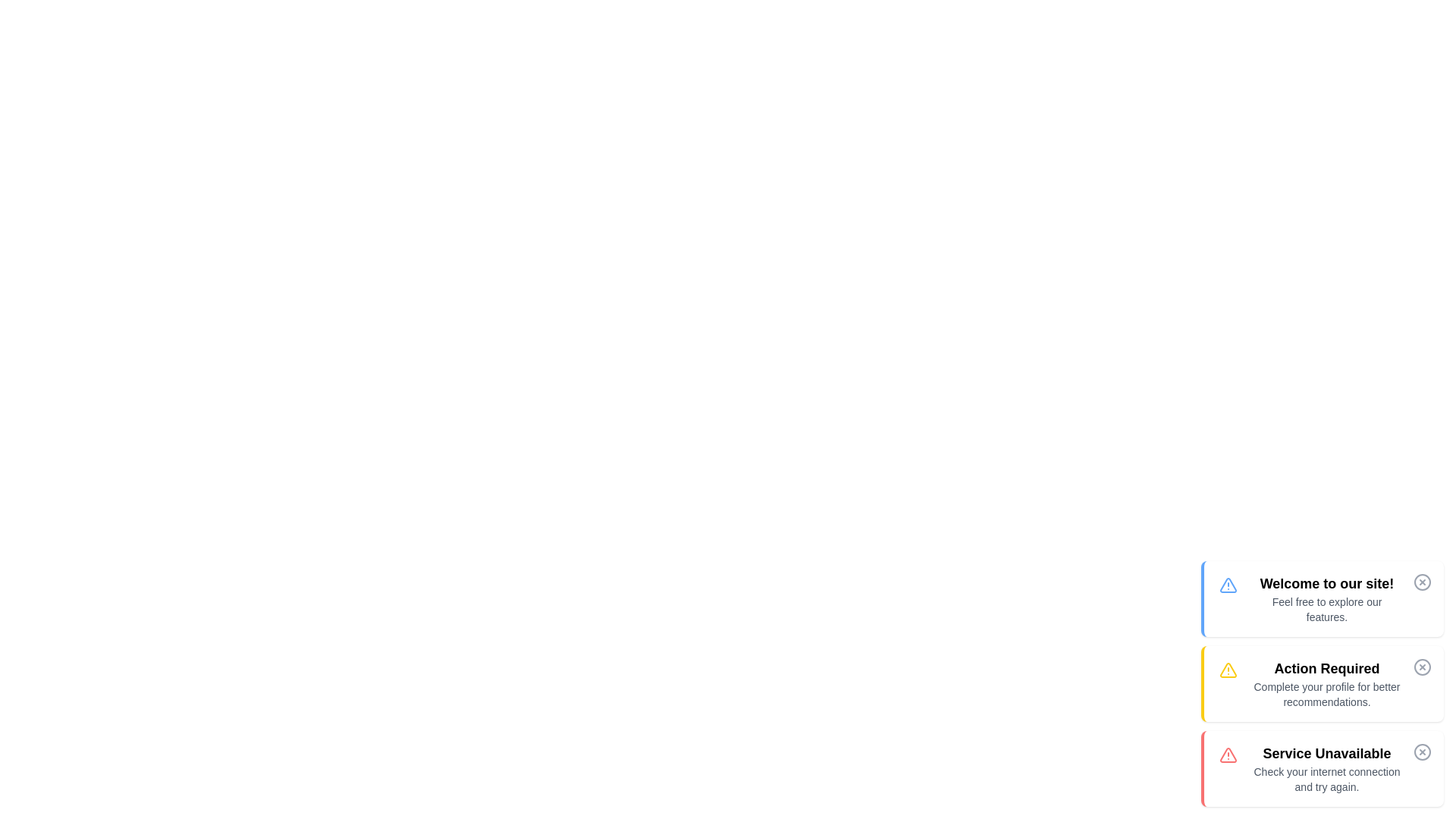 This screenshot has width=1456, height=819. What do you see at coordinates (1326, 608) in the screenshot?
I see `the text block displaying 'Feel free` at bounding box center [1326, 608].